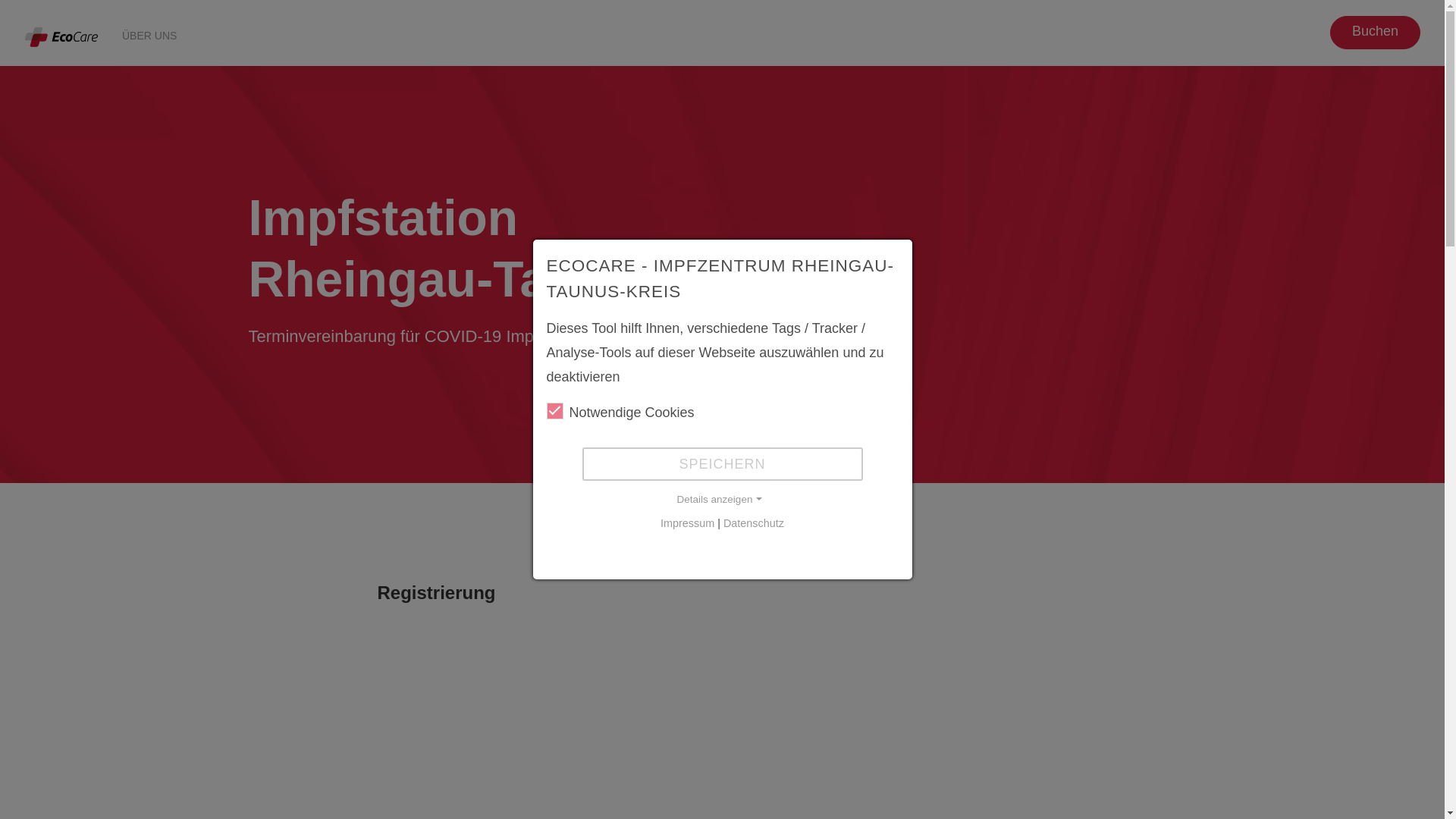 The width and height of the screenshot is (1456, 819). What do you see at coordinates (61, 36) in the screenshot?
I see `'Home'` at bounding box center [61, 36].